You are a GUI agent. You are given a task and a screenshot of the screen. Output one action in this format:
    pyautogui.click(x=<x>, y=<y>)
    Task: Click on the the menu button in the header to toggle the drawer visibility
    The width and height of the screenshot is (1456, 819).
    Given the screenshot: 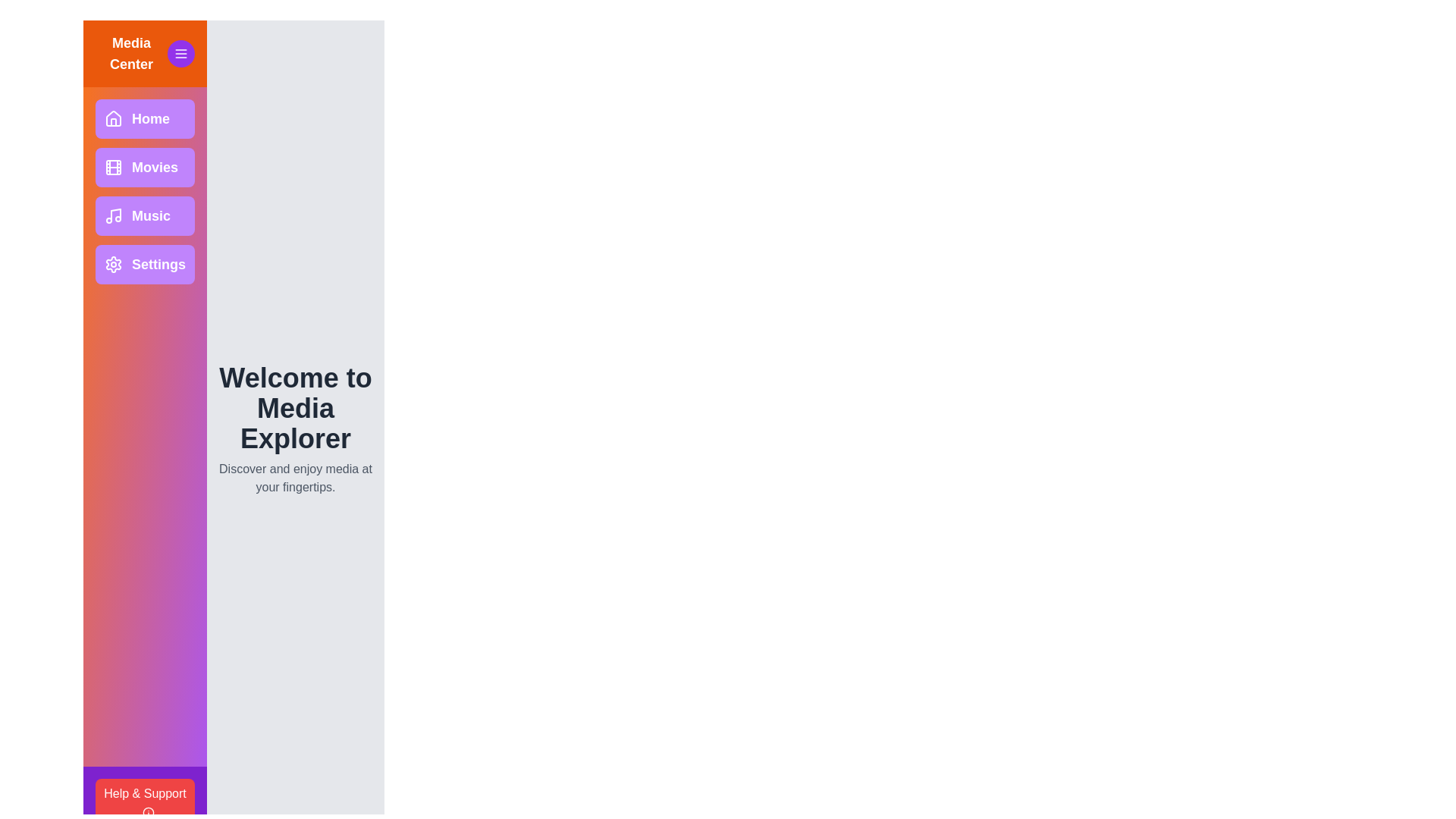 What is the action you would take?
    pyautogui.click(x=181, y=52)
    